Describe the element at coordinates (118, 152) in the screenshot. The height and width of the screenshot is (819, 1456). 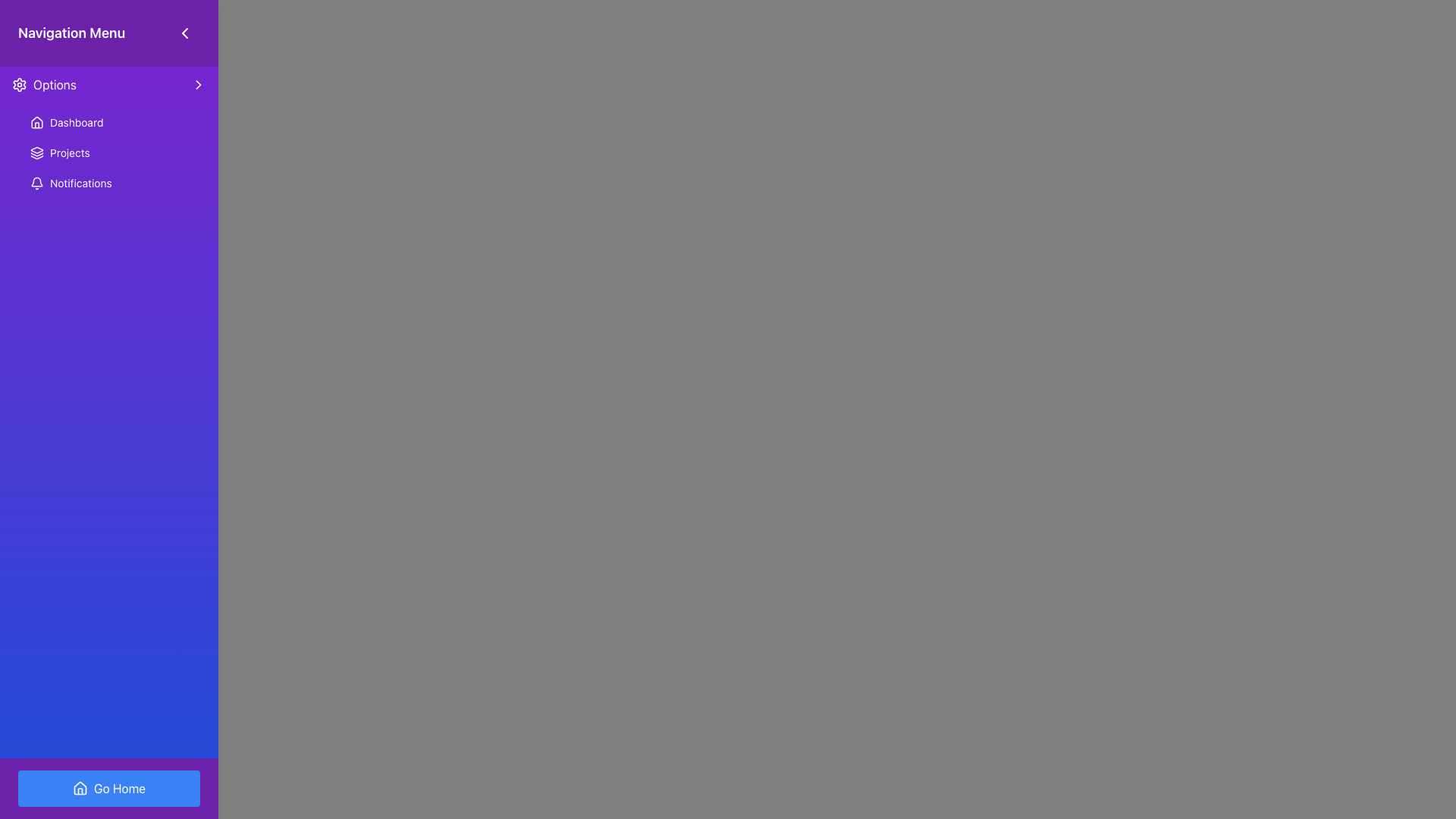
I see `the 'Projects' navigation link, which is the second item in the menu list, positioned below the 'Dashboard' and above the 'Notifications'` at that location.